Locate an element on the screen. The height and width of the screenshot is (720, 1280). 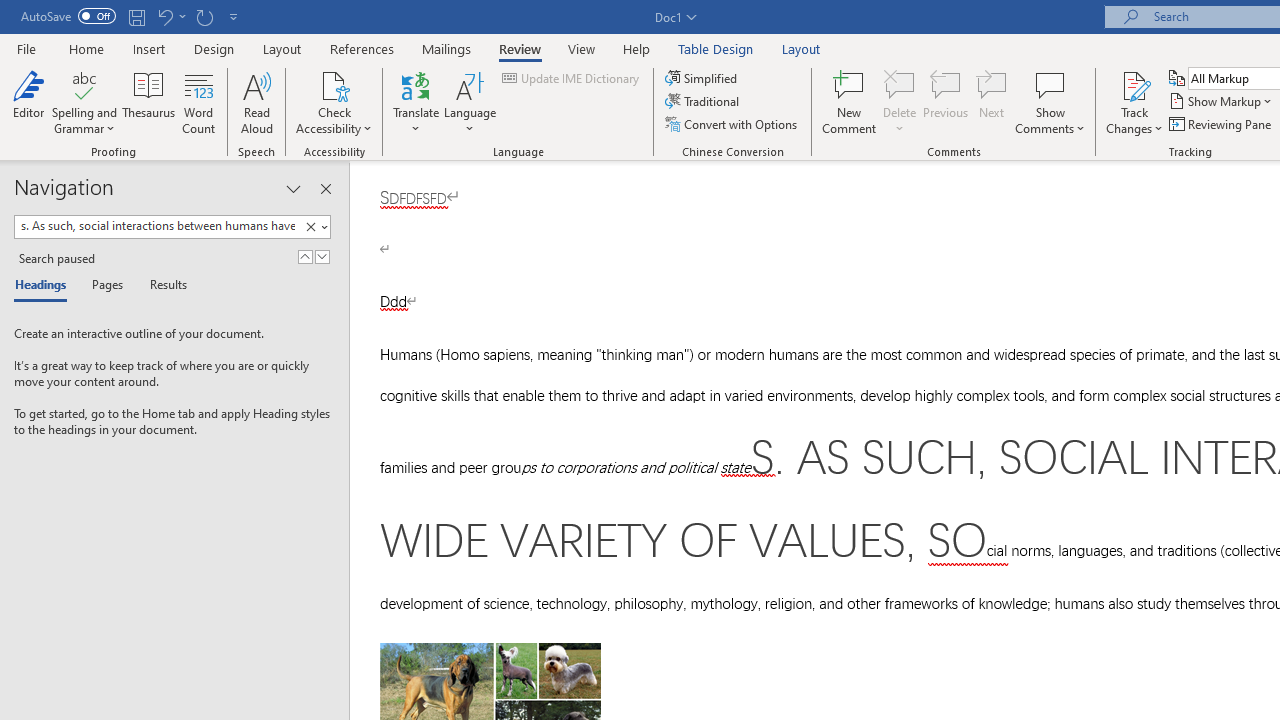
'Next Result' is located at coordinates (322, 256).